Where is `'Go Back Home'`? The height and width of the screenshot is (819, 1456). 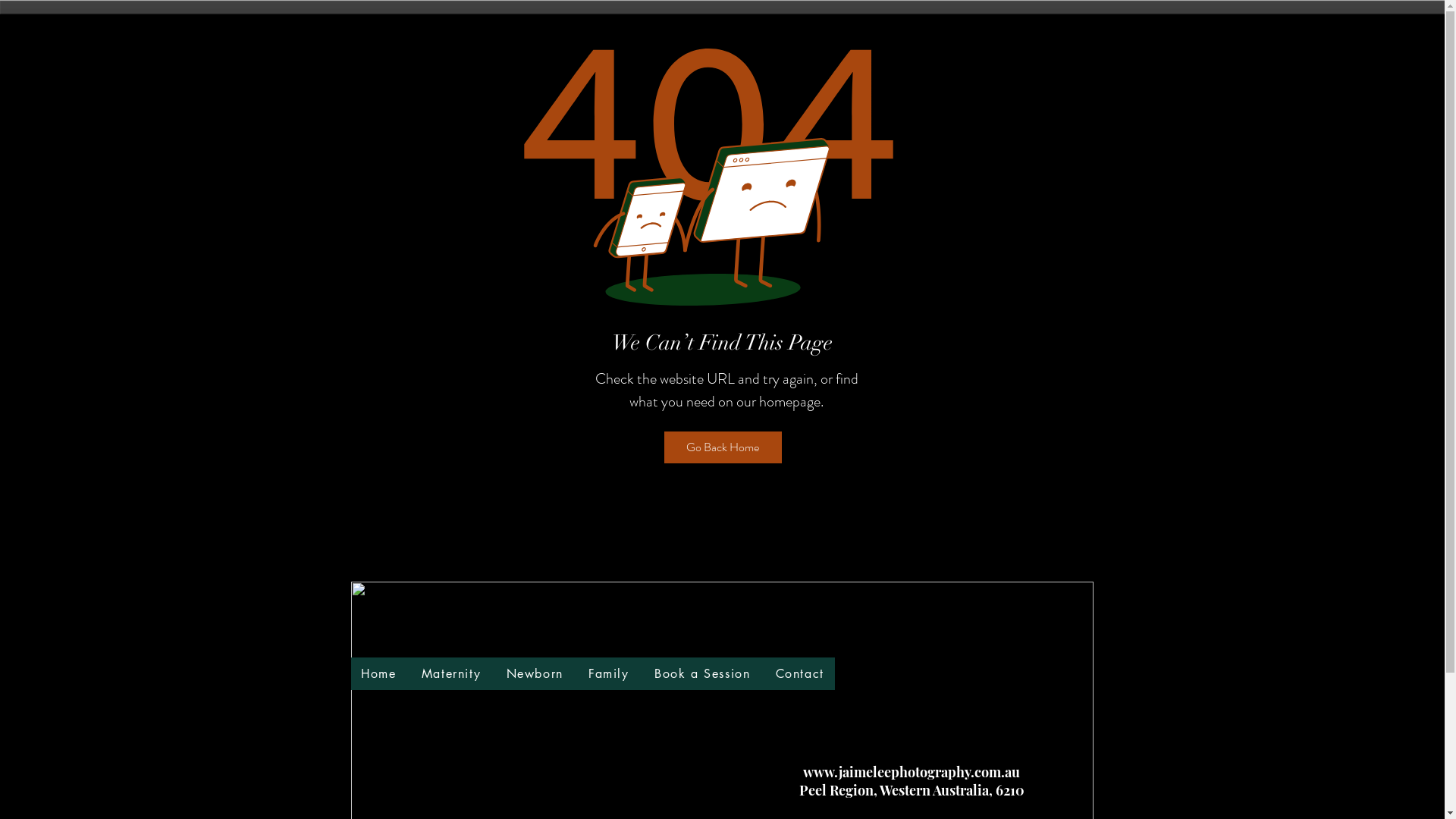 'Go Back Home' is located at coordinates (722, 447).